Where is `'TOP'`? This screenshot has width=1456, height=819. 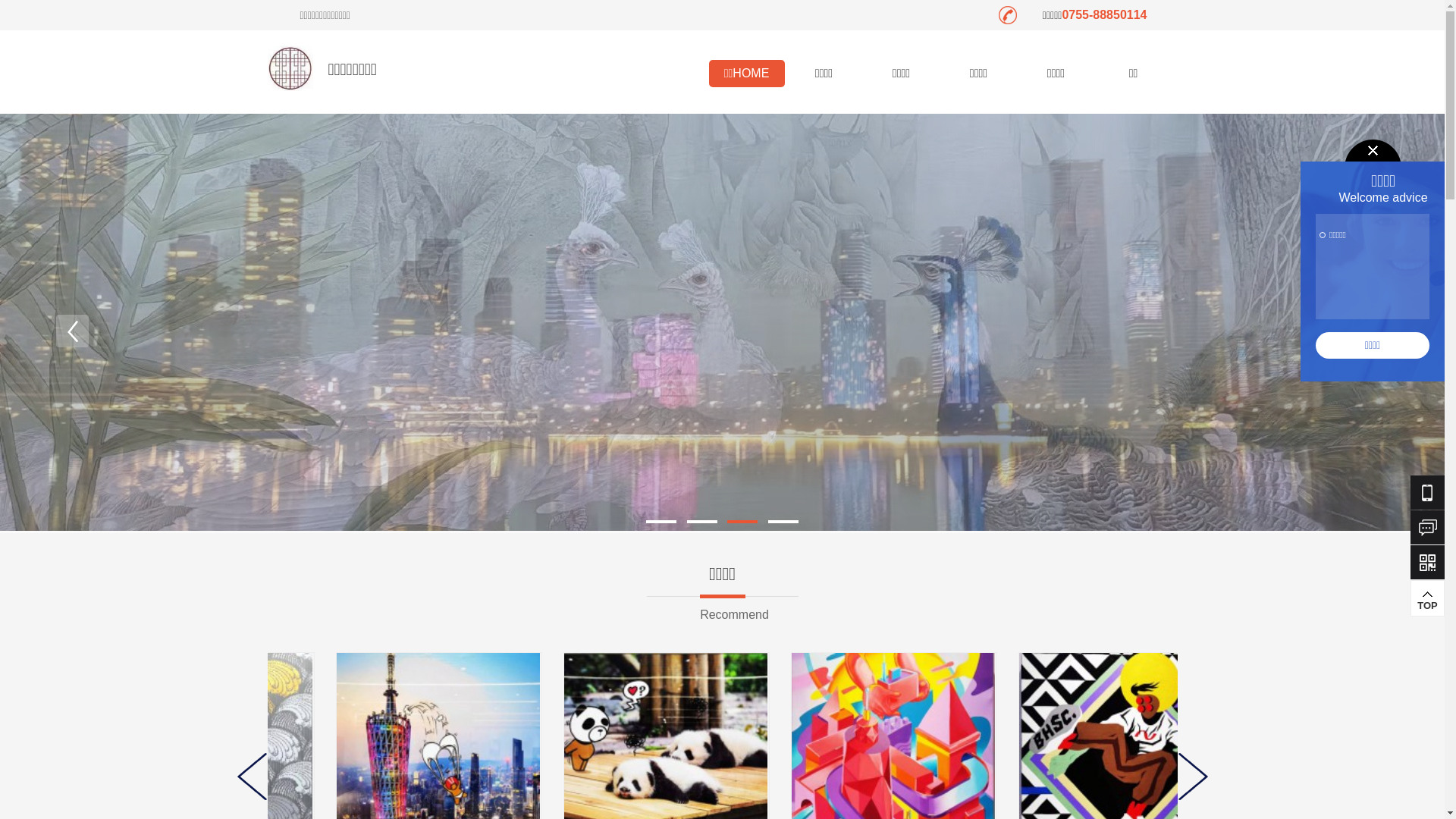
'TOP' is located at coordinates (1410, 596).